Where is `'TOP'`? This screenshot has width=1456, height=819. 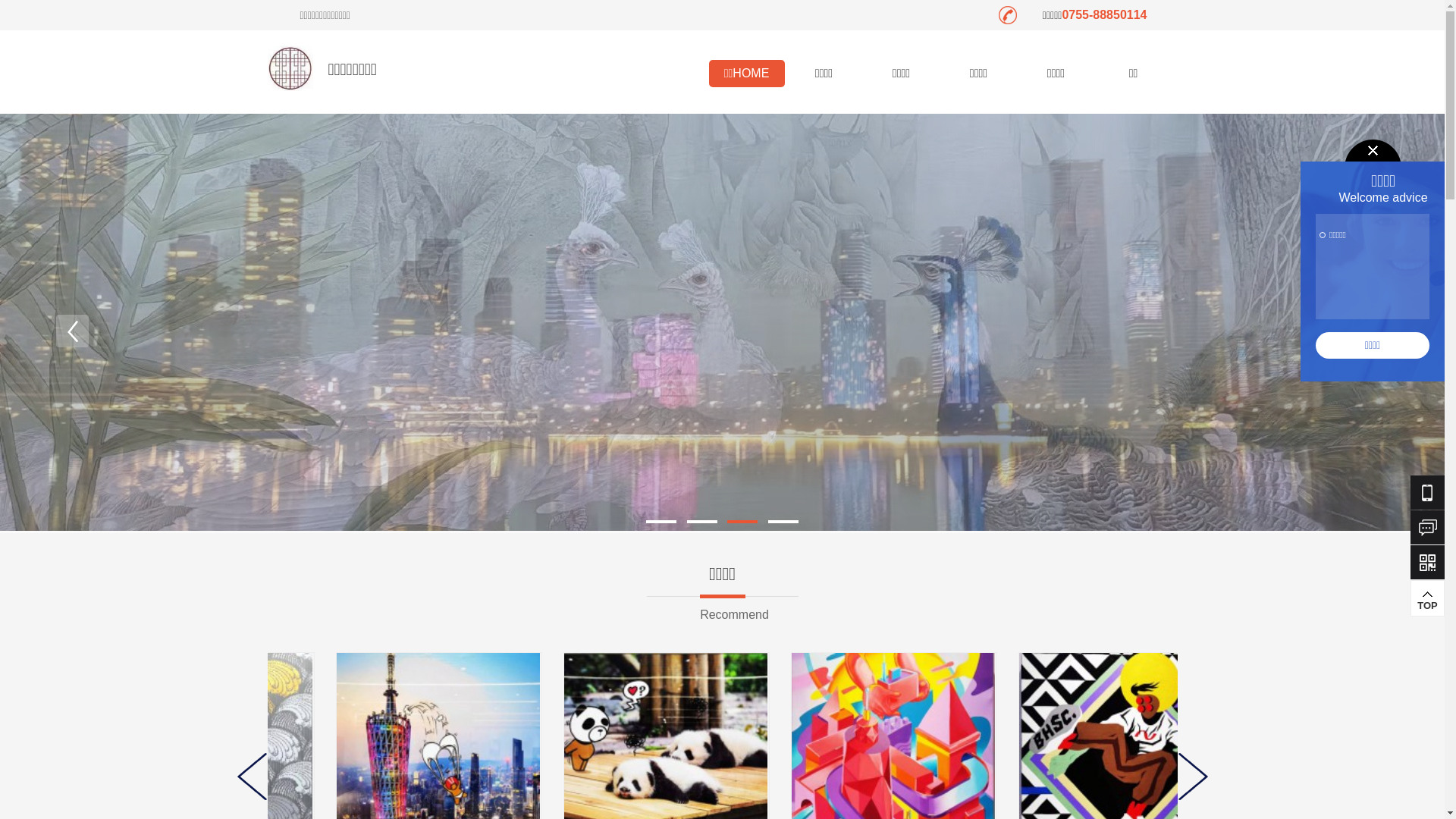
'TOP' is located at coordinates (1410, 596).